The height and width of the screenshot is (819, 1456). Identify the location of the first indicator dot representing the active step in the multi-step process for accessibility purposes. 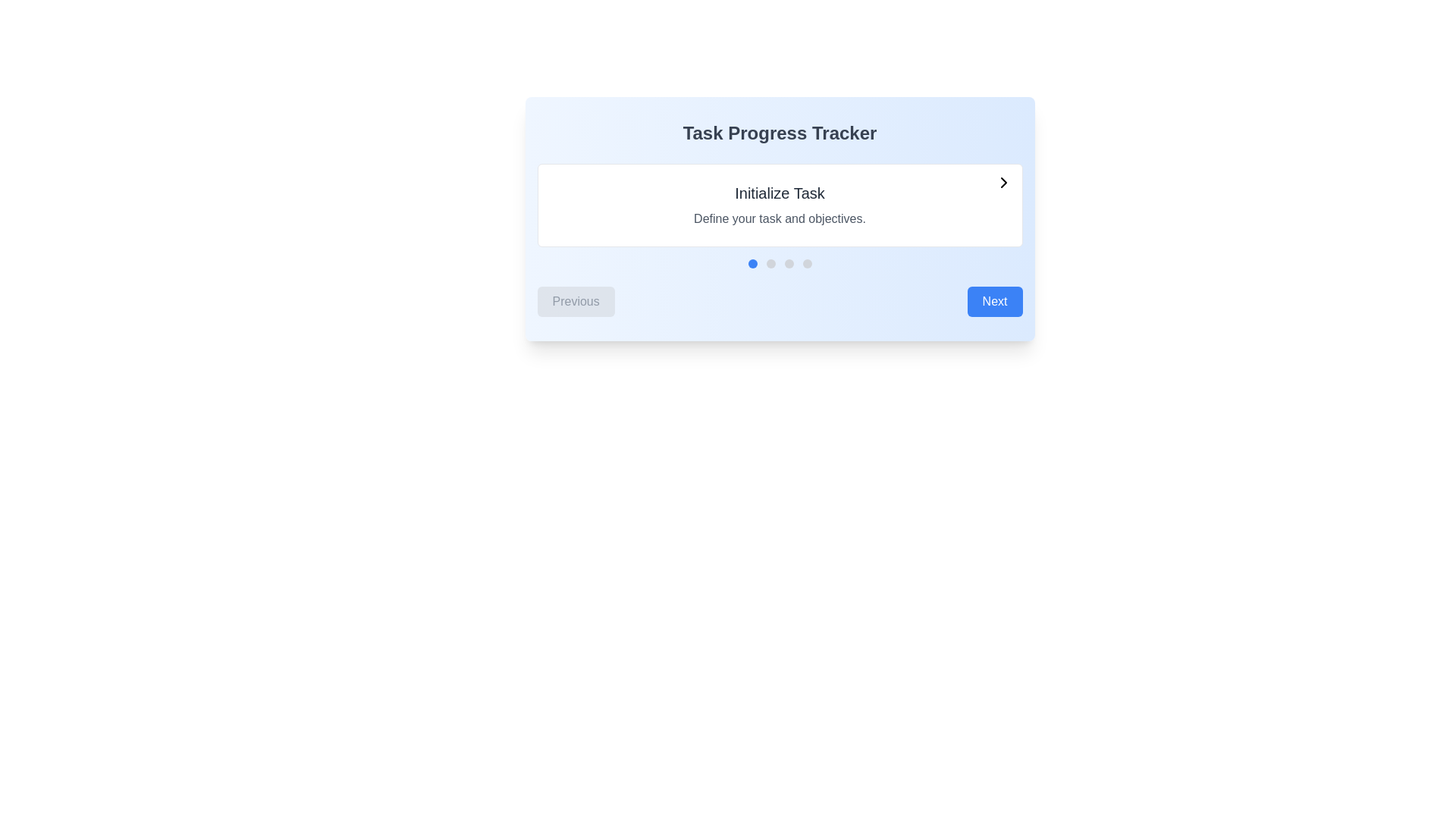
(752, 262).